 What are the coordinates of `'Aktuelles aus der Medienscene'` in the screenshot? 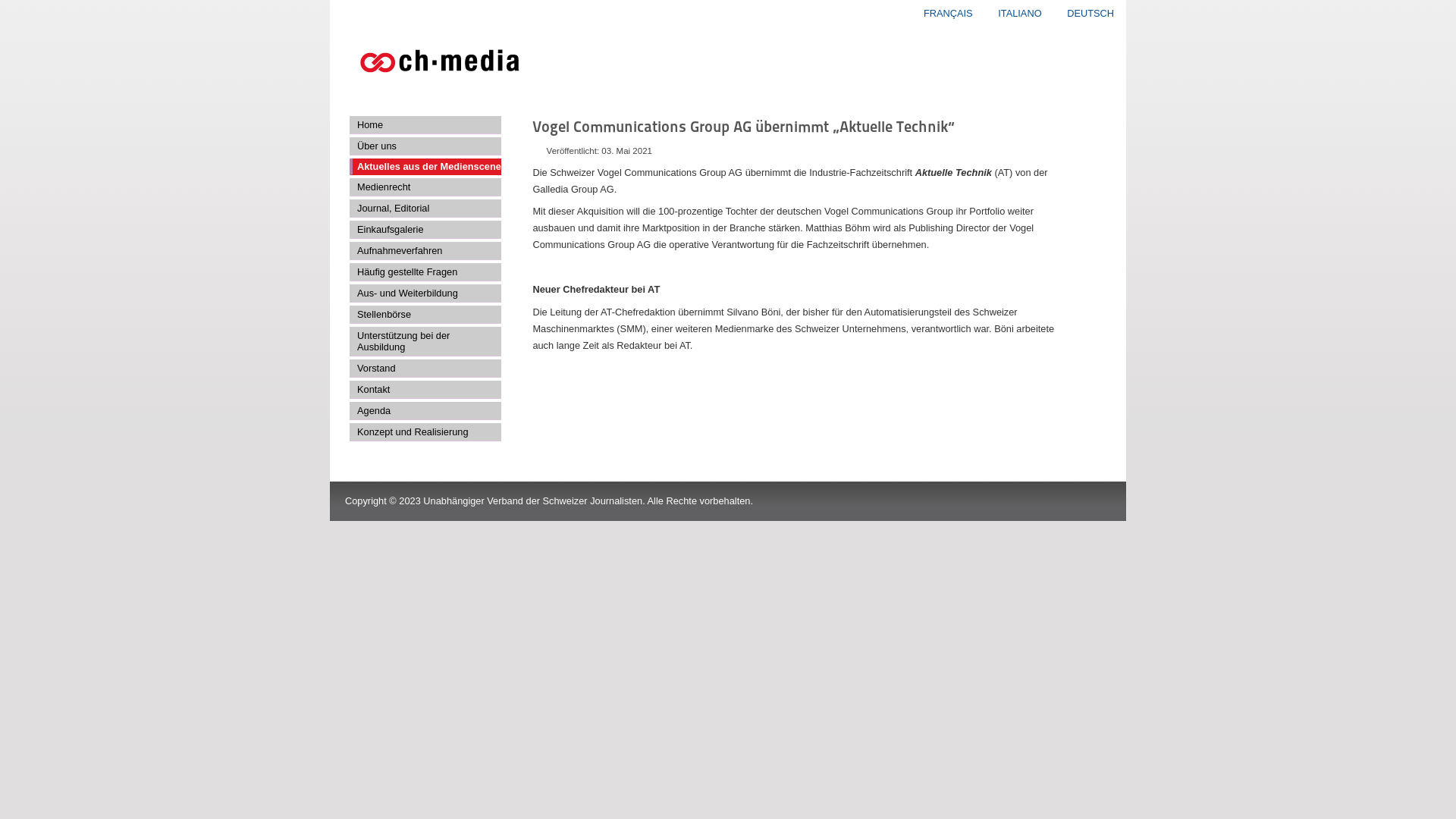 It's located at (425, 166).